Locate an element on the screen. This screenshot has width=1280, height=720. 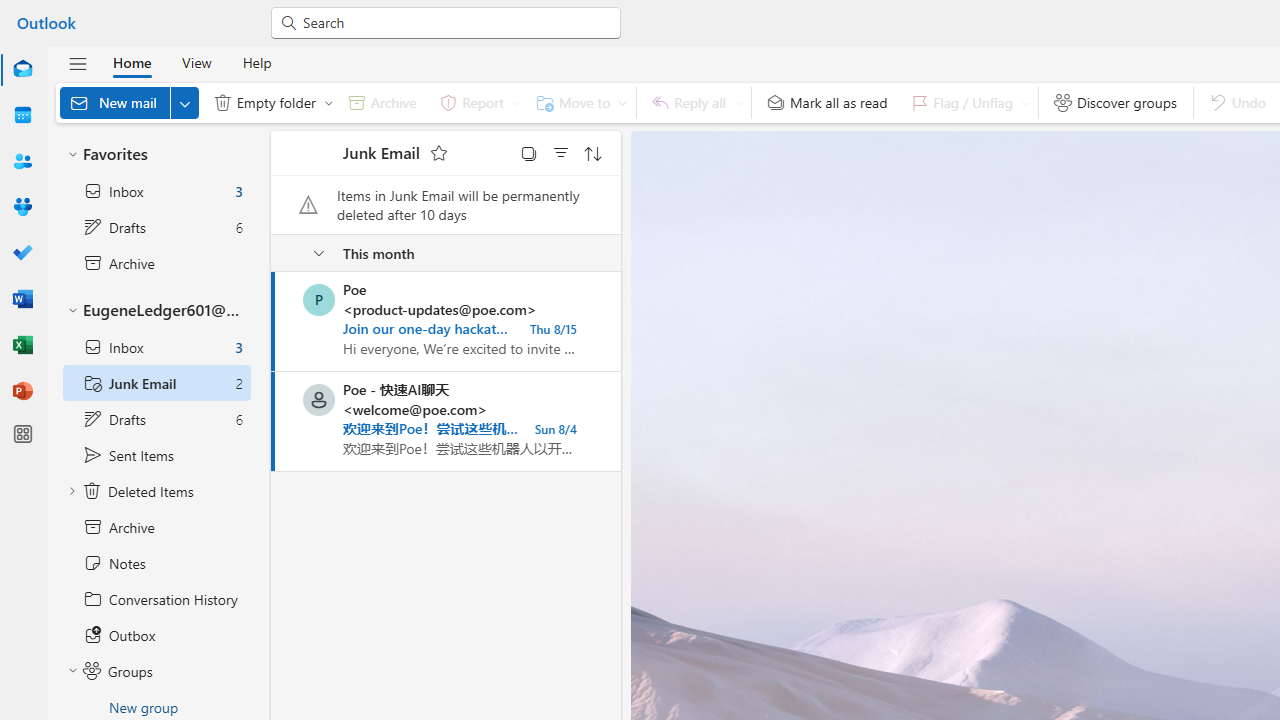
'Empty folder' is located at coordinates (268, 102).